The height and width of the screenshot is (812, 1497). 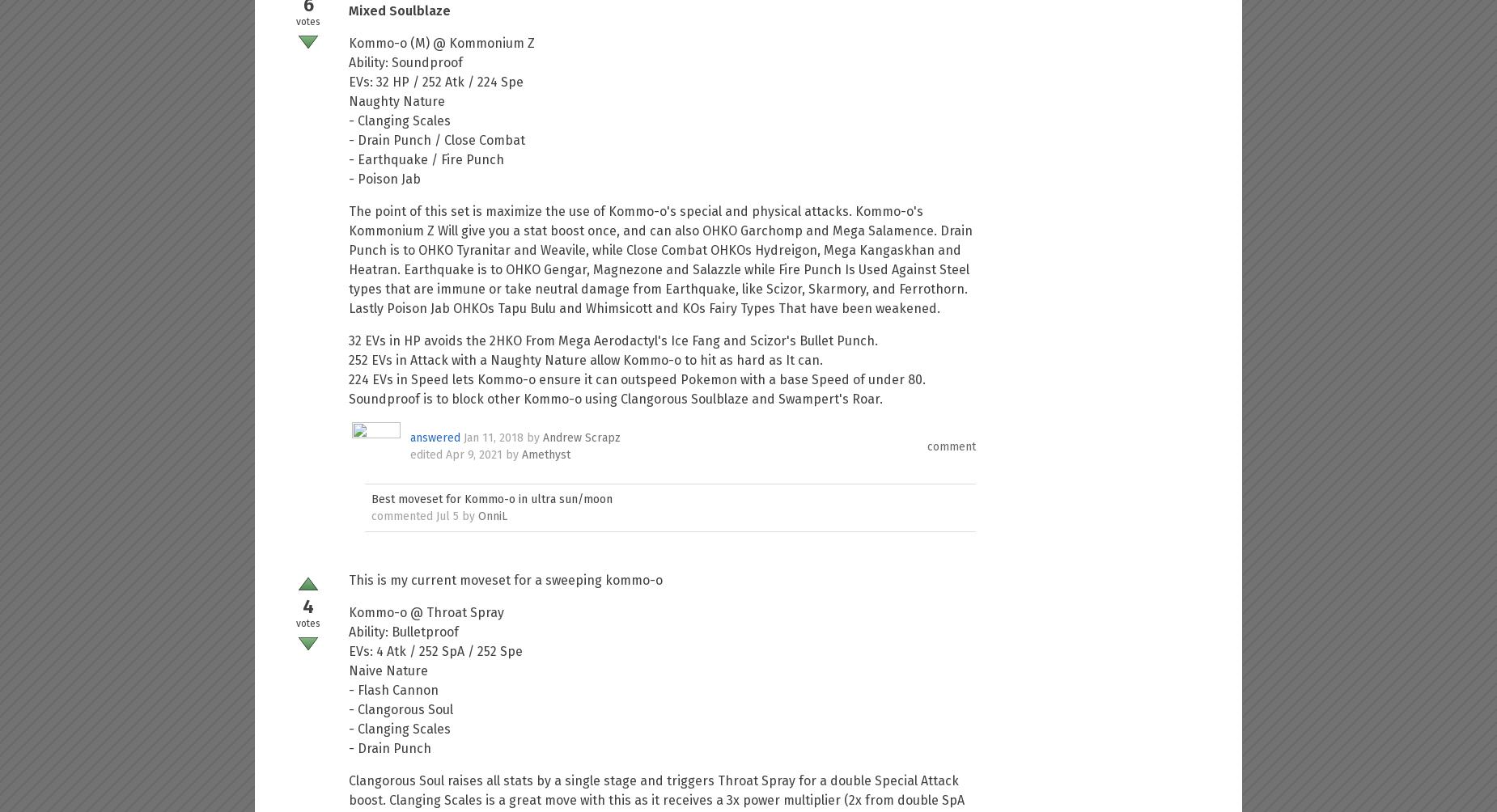 I want to click on 'answered', so click(x=435, y=438).